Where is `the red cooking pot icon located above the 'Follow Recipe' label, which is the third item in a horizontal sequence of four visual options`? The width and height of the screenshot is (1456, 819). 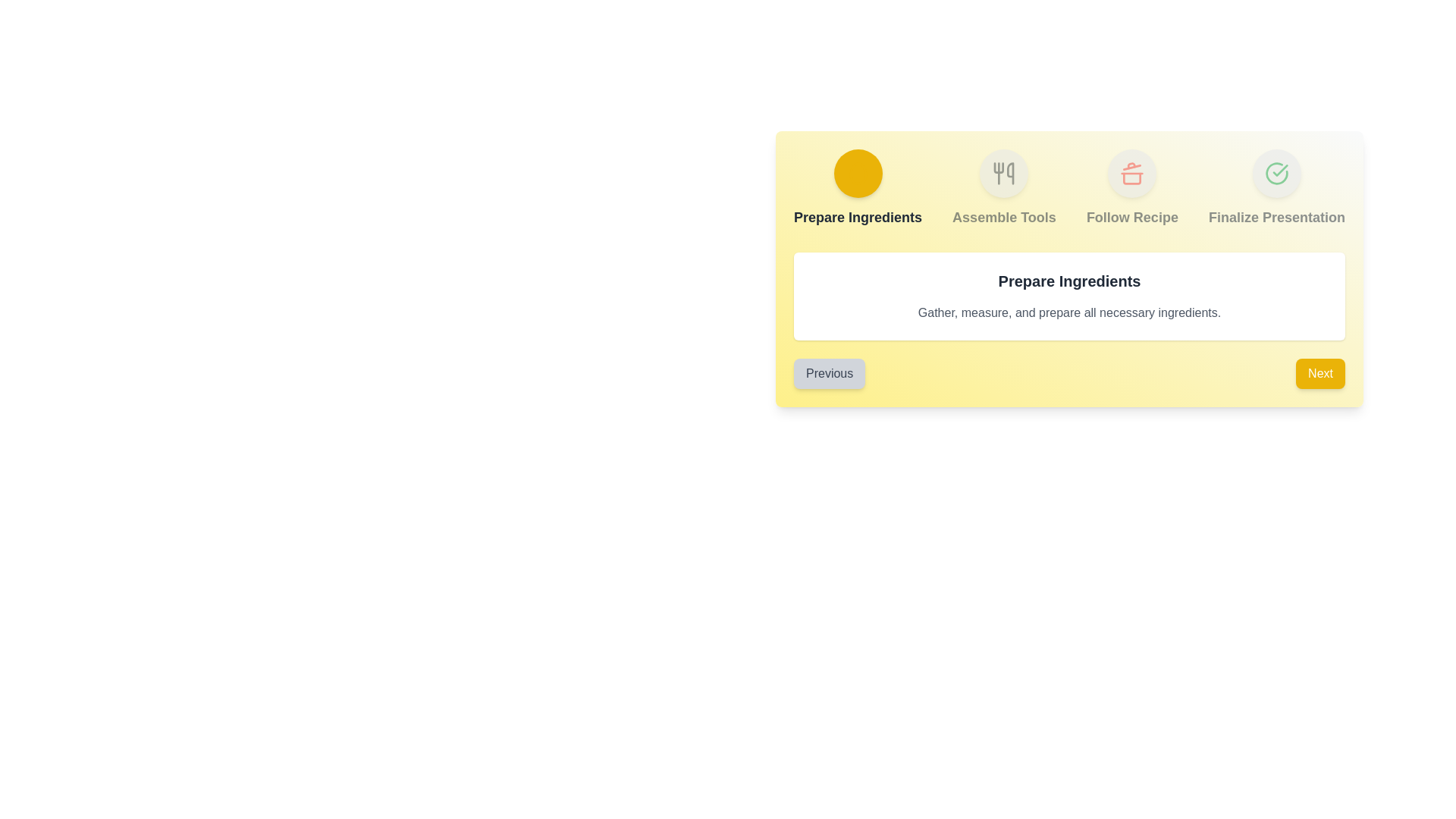 the red cooking pot icon located above the 'Follow Recipe' label, which is the third item in a horizontal sequence of four visual options is located at coordinates (1132, 172).